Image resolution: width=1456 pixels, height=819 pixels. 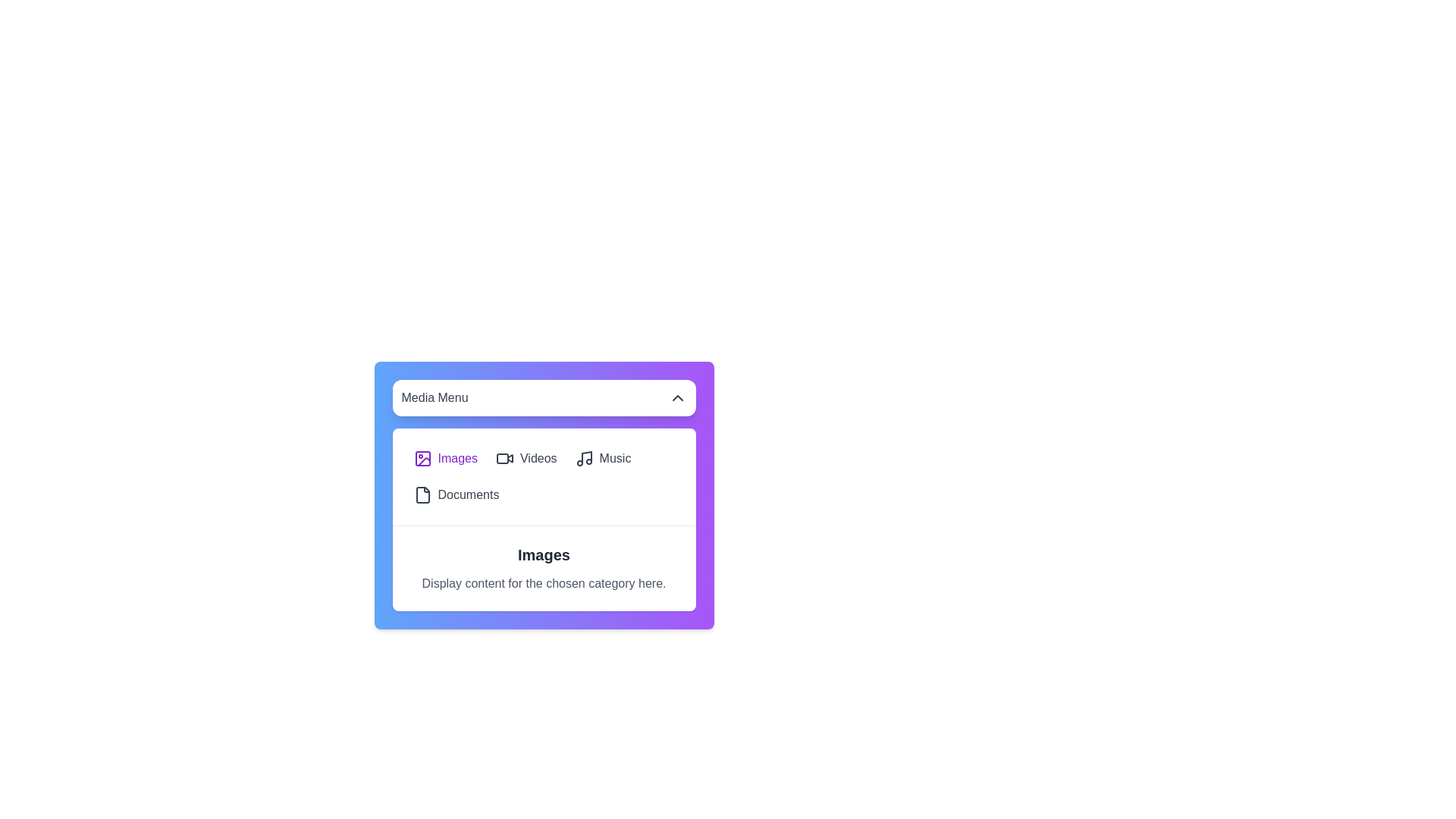 I want to click on the content display area that informs users about the current selection 'Images' and provides associated details or instructions, so click(x=544, y=568).